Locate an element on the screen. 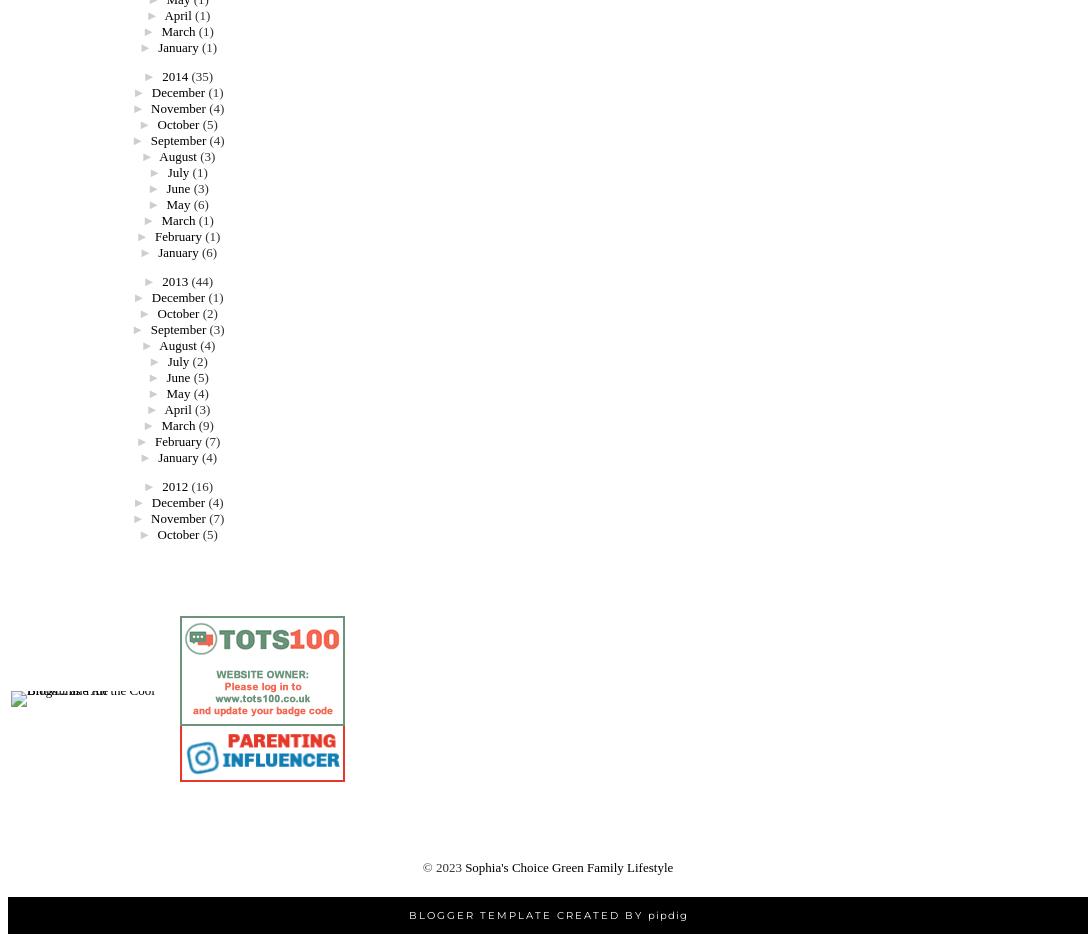 The width and height of the screenshot is (1088, 942). 'Blogger Template Created by' is located at coordinates (526, 913).